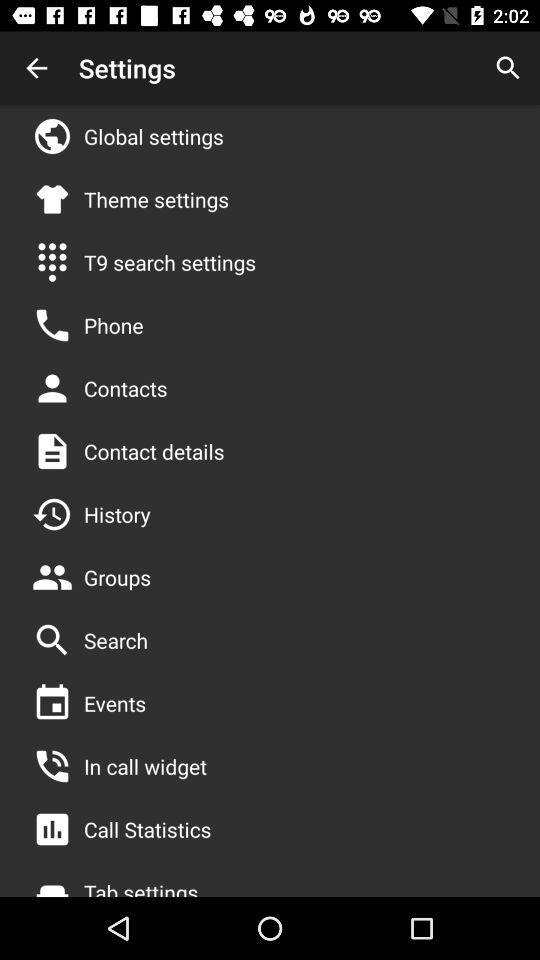 This screenshot has height=960, width=540. I want to click on groups item, so click(117, 577).